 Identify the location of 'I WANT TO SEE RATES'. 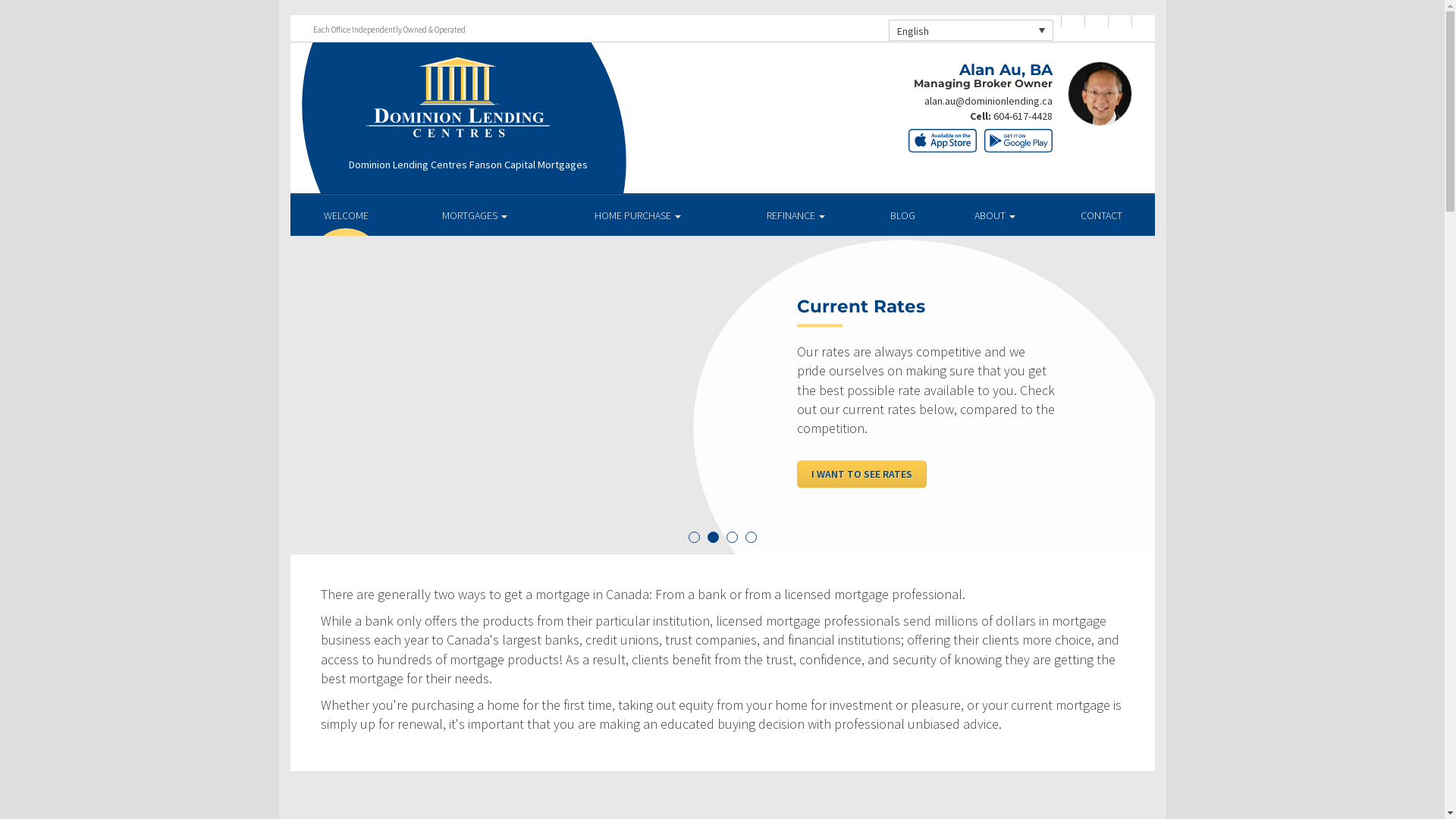
(796, 472).